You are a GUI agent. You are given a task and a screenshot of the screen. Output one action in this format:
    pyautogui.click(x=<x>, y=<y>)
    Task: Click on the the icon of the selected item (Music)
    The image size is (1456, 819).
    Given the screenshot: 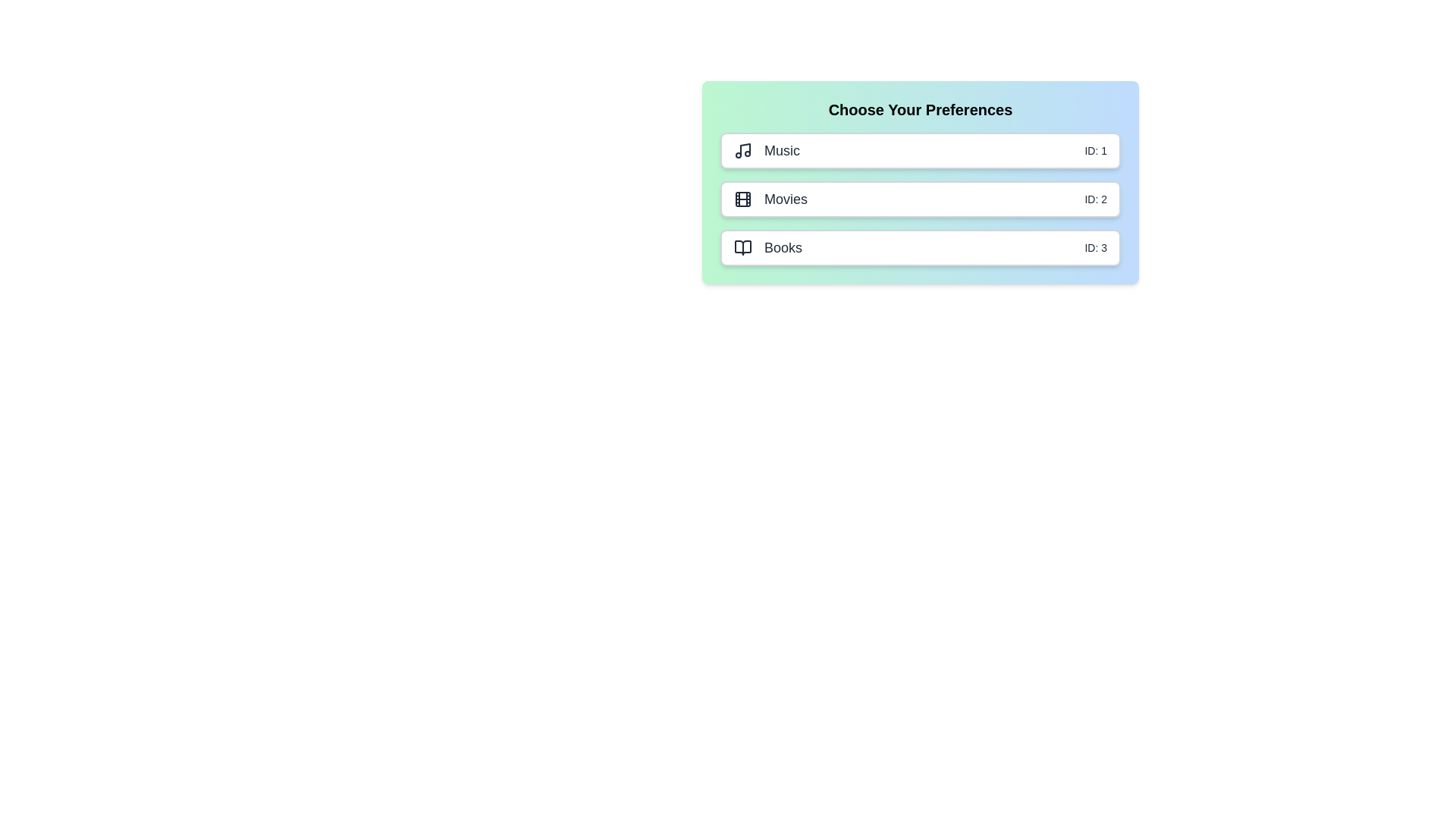 What is the action you would take?
    pyautogui.click(x=742, y=151)
    